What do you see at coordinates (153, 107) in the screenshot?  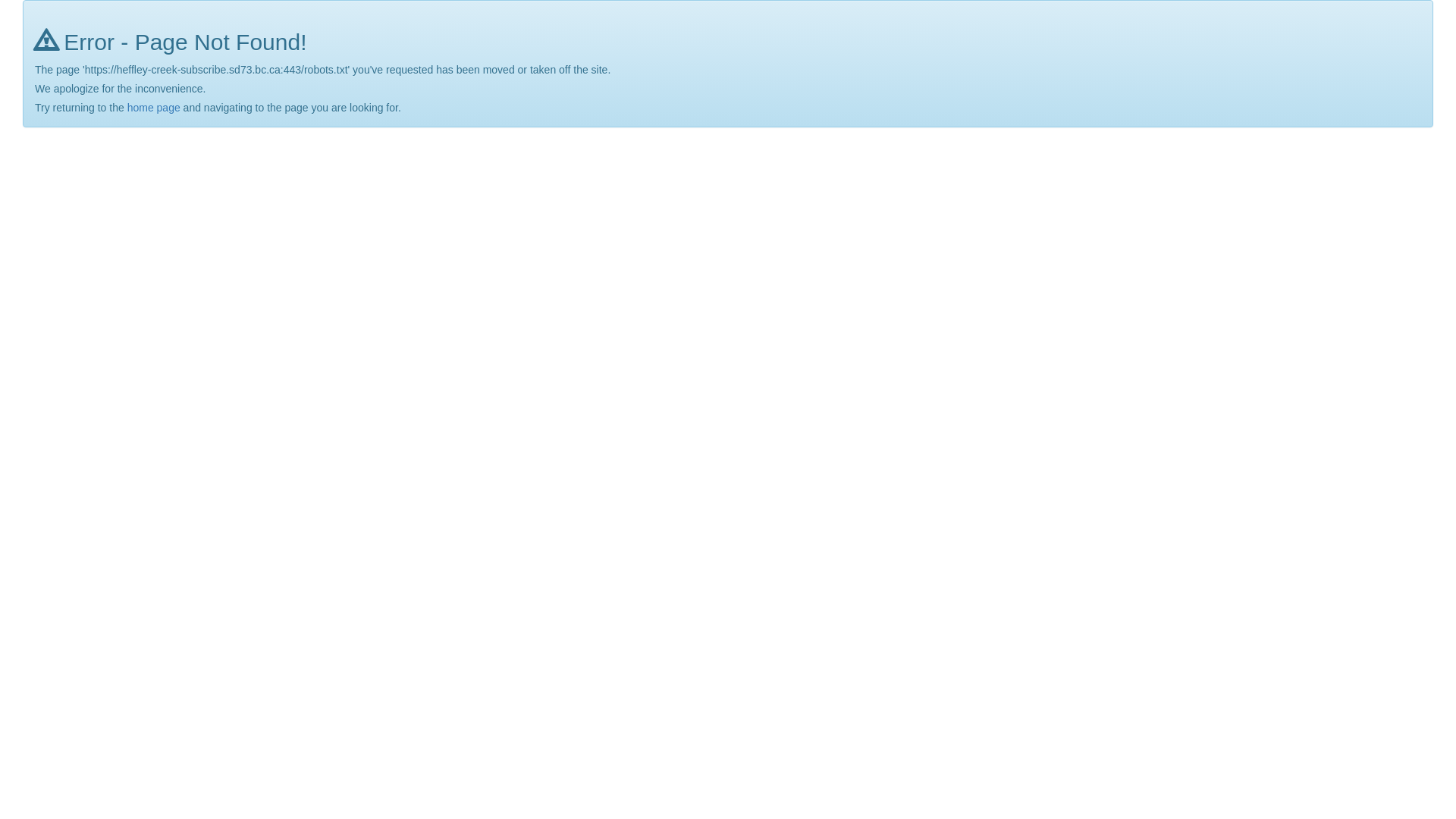 I see `'home page'` at bounding box center [153, 107].